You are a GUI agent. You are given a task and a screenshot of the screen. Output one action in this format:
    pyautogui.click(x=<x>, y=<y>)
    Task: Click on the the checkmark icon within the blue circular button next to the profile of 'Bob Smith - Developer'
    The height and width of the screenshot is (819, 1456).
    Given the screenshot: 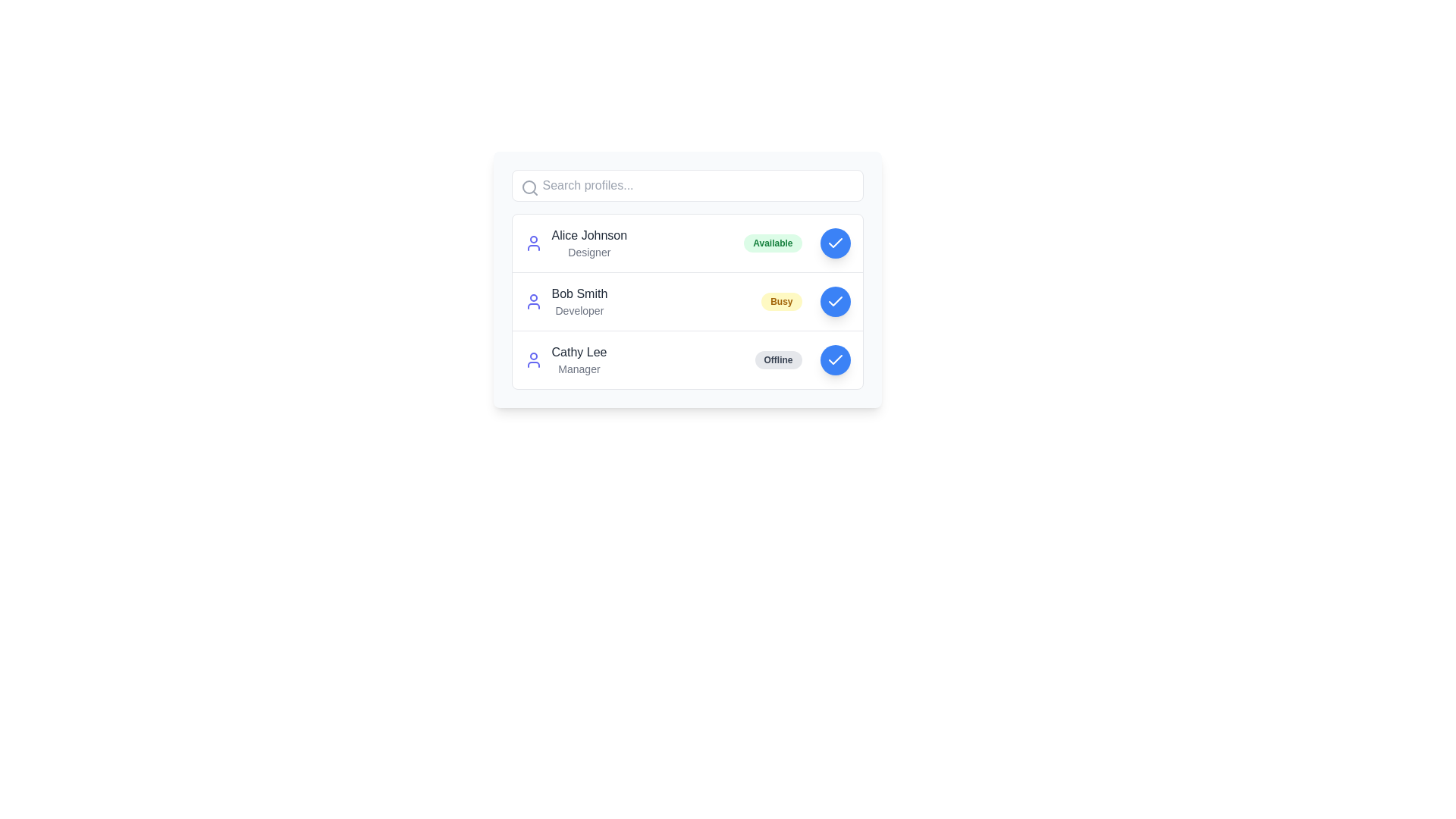 What is the action you would take?
    pyautogui.click(x=834, y=301)
    